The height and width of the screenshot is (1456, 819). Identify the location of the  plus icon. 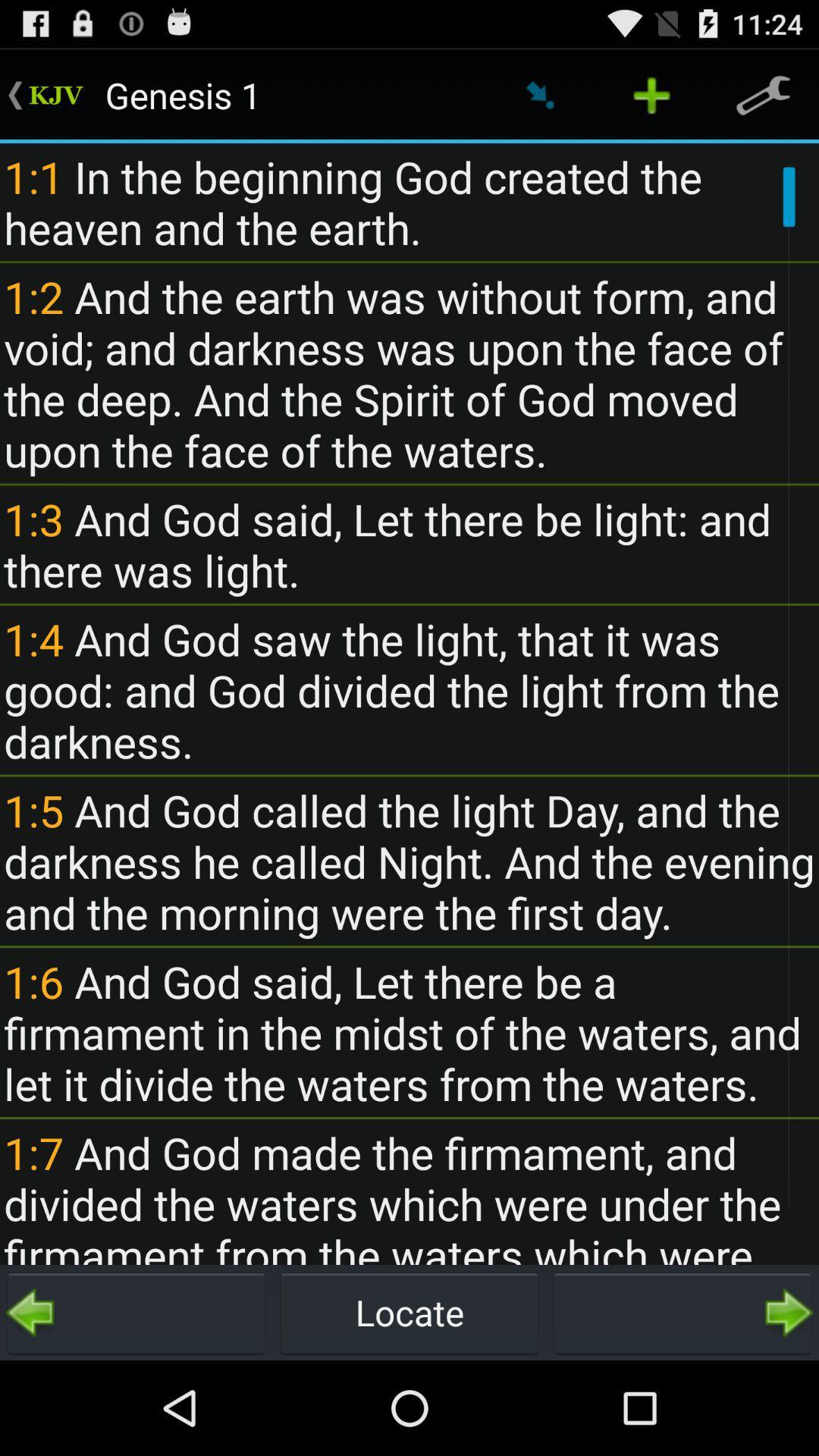
(651, 94).